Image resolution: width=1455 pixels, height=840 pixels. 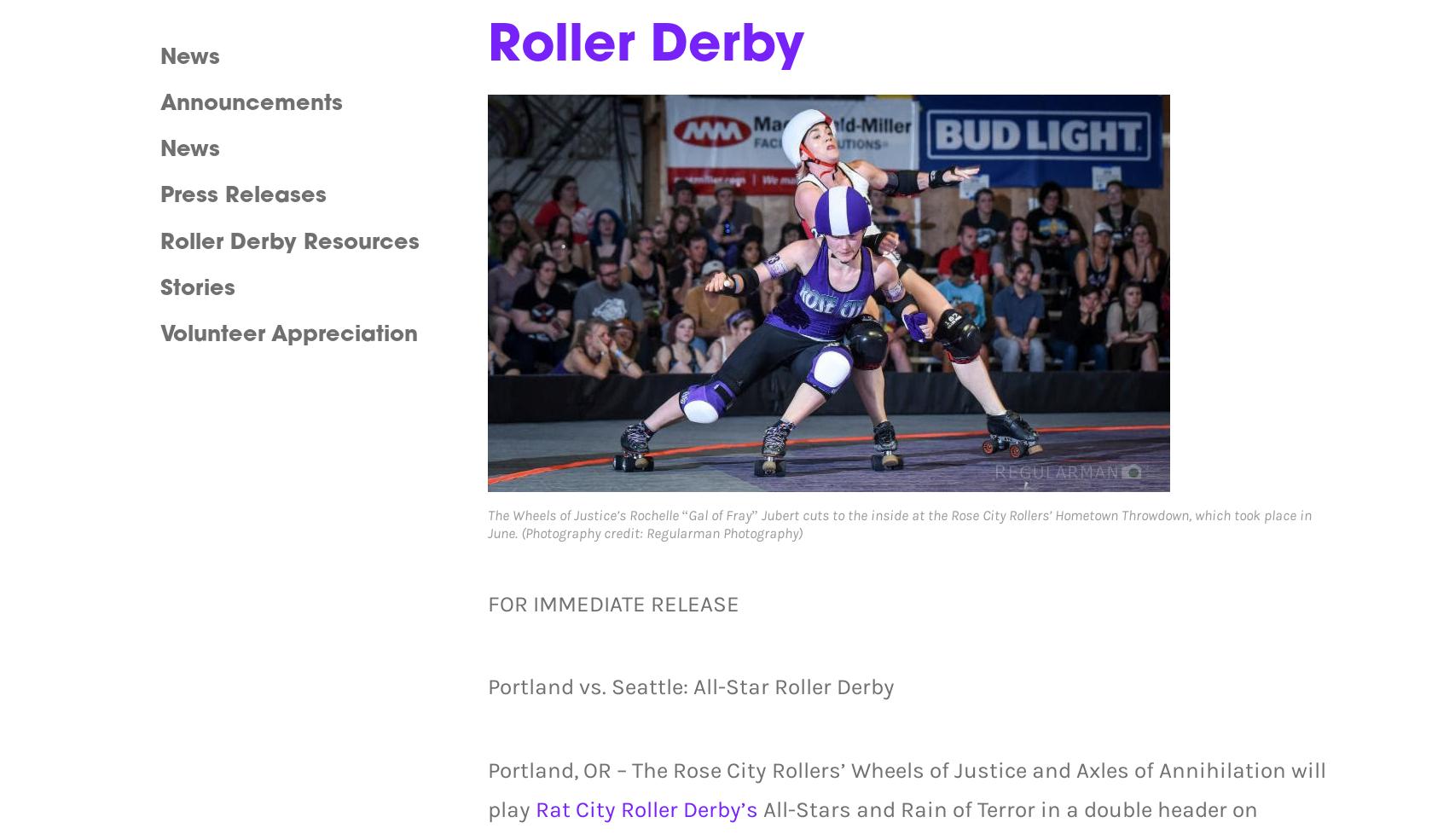 What do you see at coordinates (906, 789) in the screenshot?
I see `'Portland, OR – The Rose City Rollers’ Wheels of Justice and Axles of Annihilation will play'` at bounding box center [906, 789].